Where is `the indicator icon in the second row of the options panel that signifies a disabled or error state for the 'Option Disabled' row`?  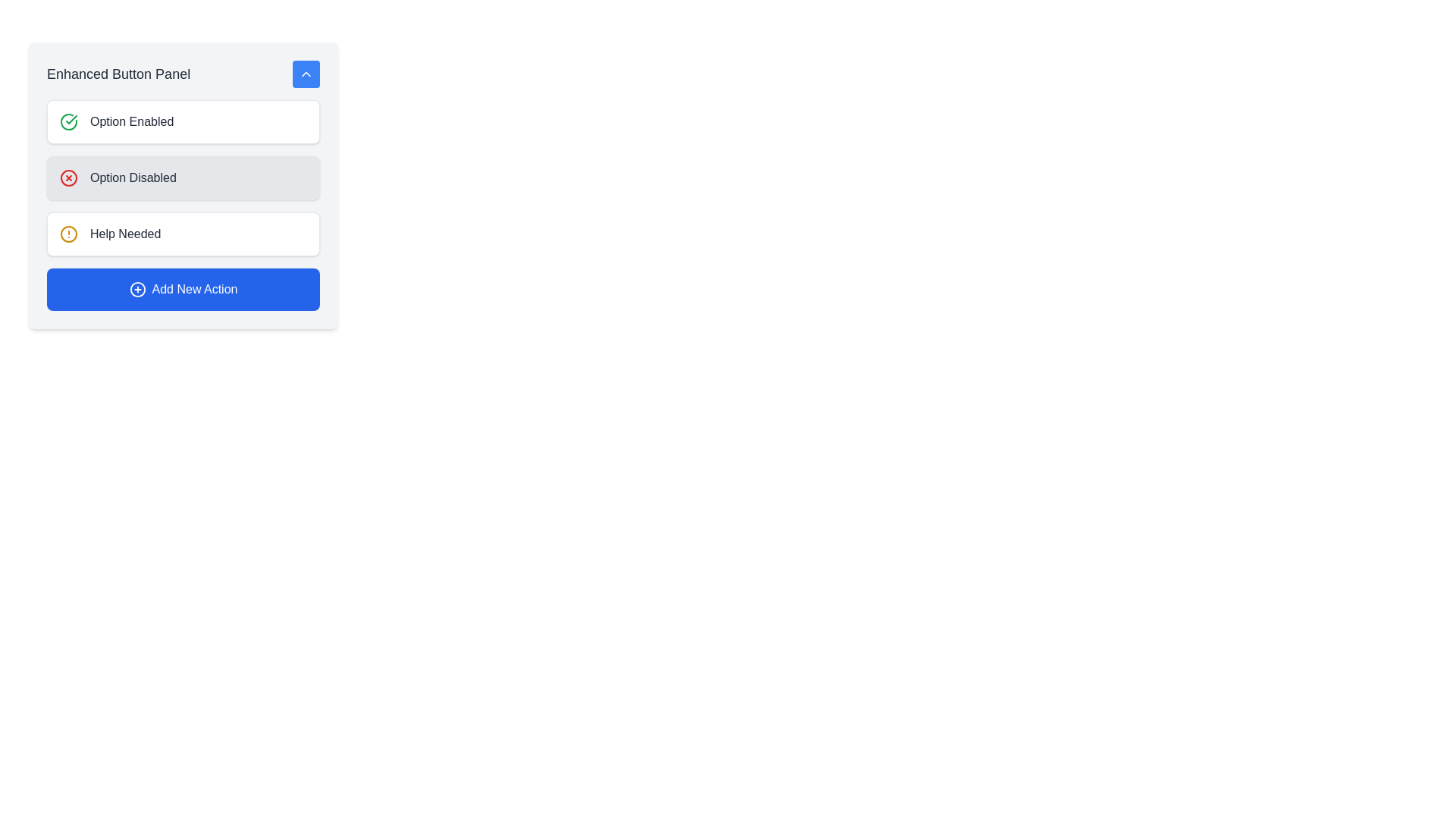 the indicator icon in the second row of the options panel that signifies a disabled or error state for the 'Option Disabled' row is located at coordinates (68, 177).